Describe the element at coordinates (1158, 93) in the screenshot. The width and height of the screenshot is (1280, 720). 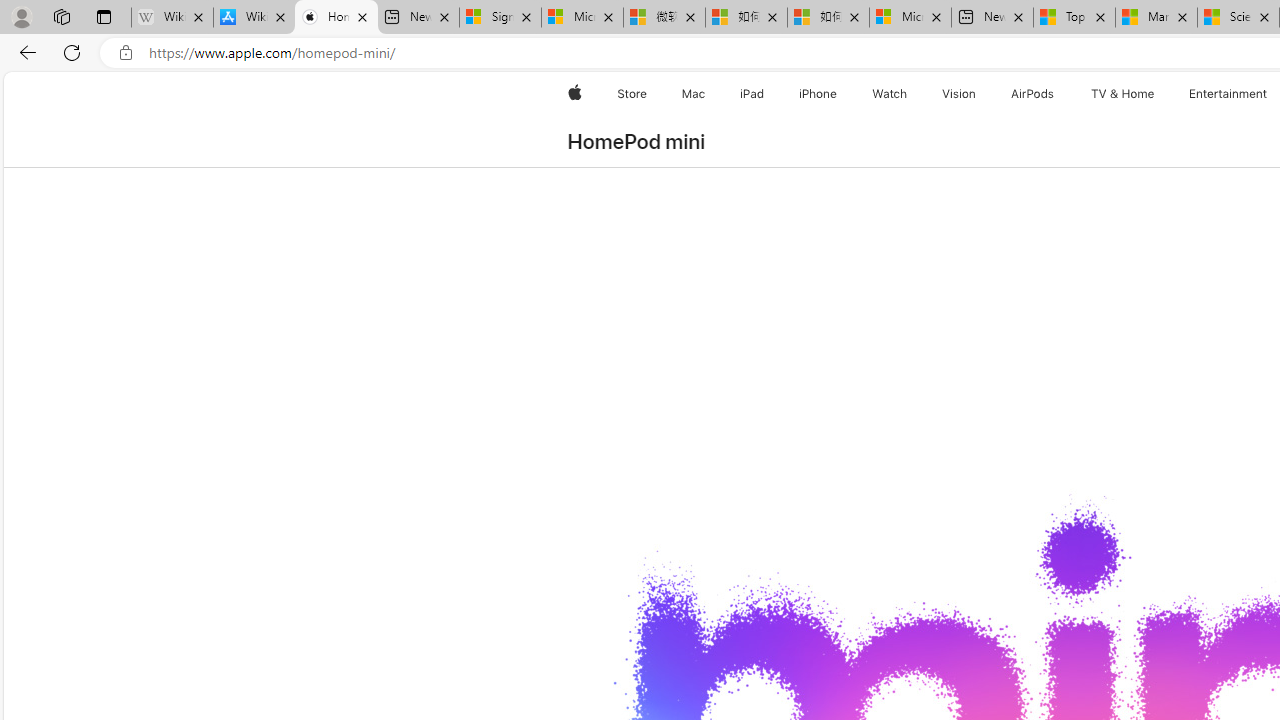
I see `'TV and Home menu'` at that location.